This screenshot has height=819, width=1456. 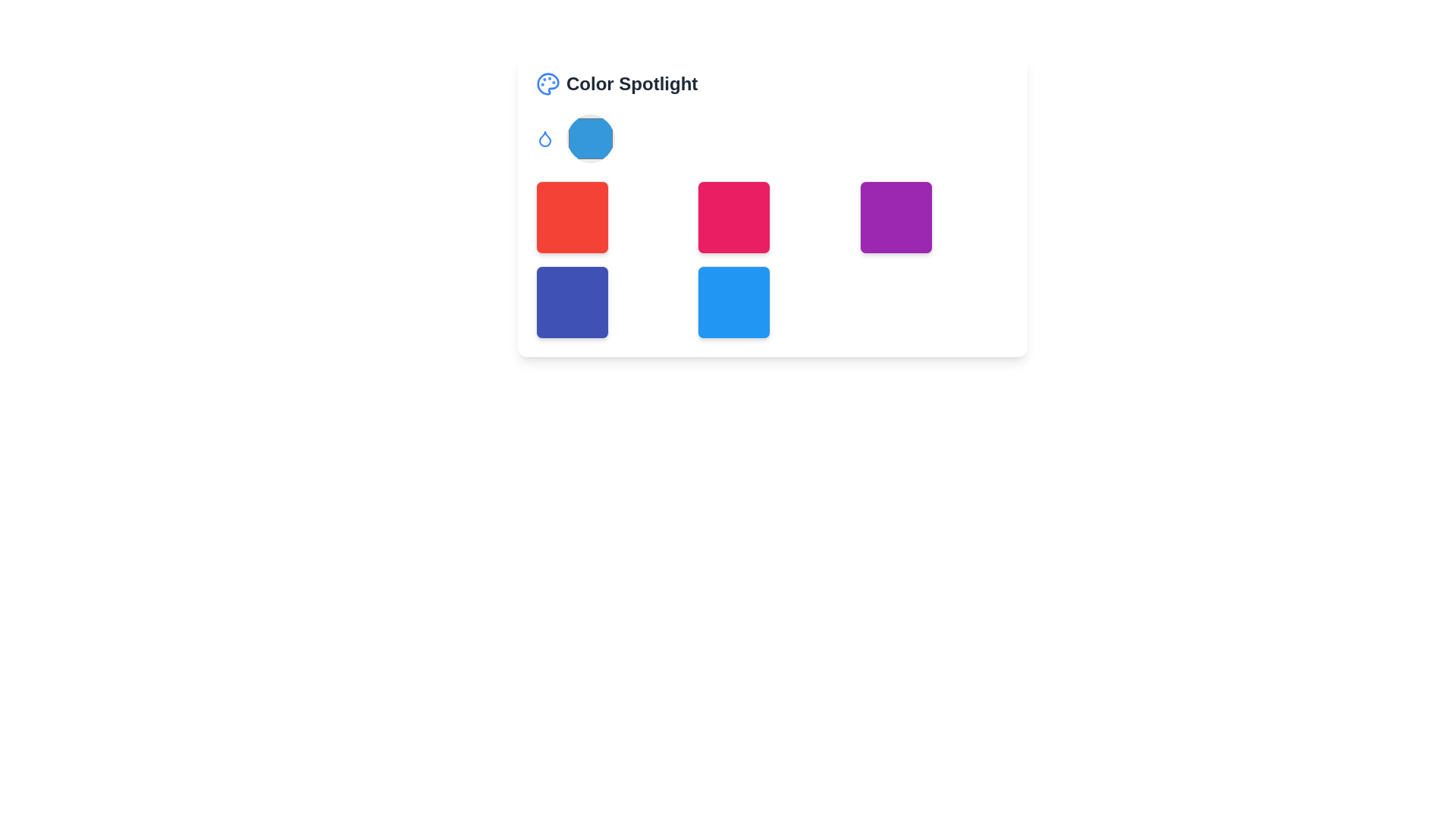 What do you see at coordinates (734, 302) in the screenshot?
I see `the vibrant blue decorative block located in the second row, second column of the grid layout` at bounding box center [734, 302].